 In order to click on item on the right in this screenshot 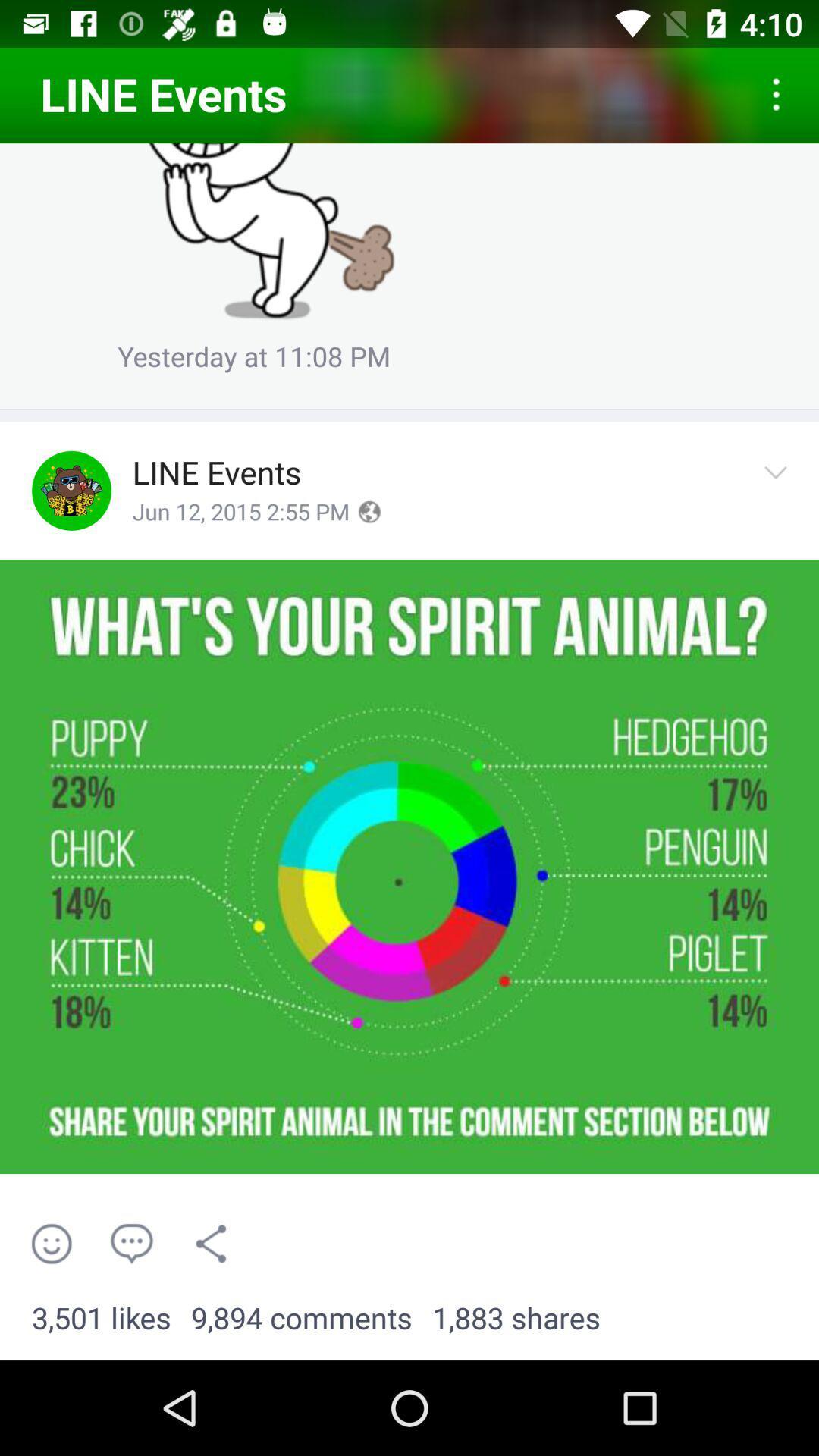, I will do `click(780, 491)`.